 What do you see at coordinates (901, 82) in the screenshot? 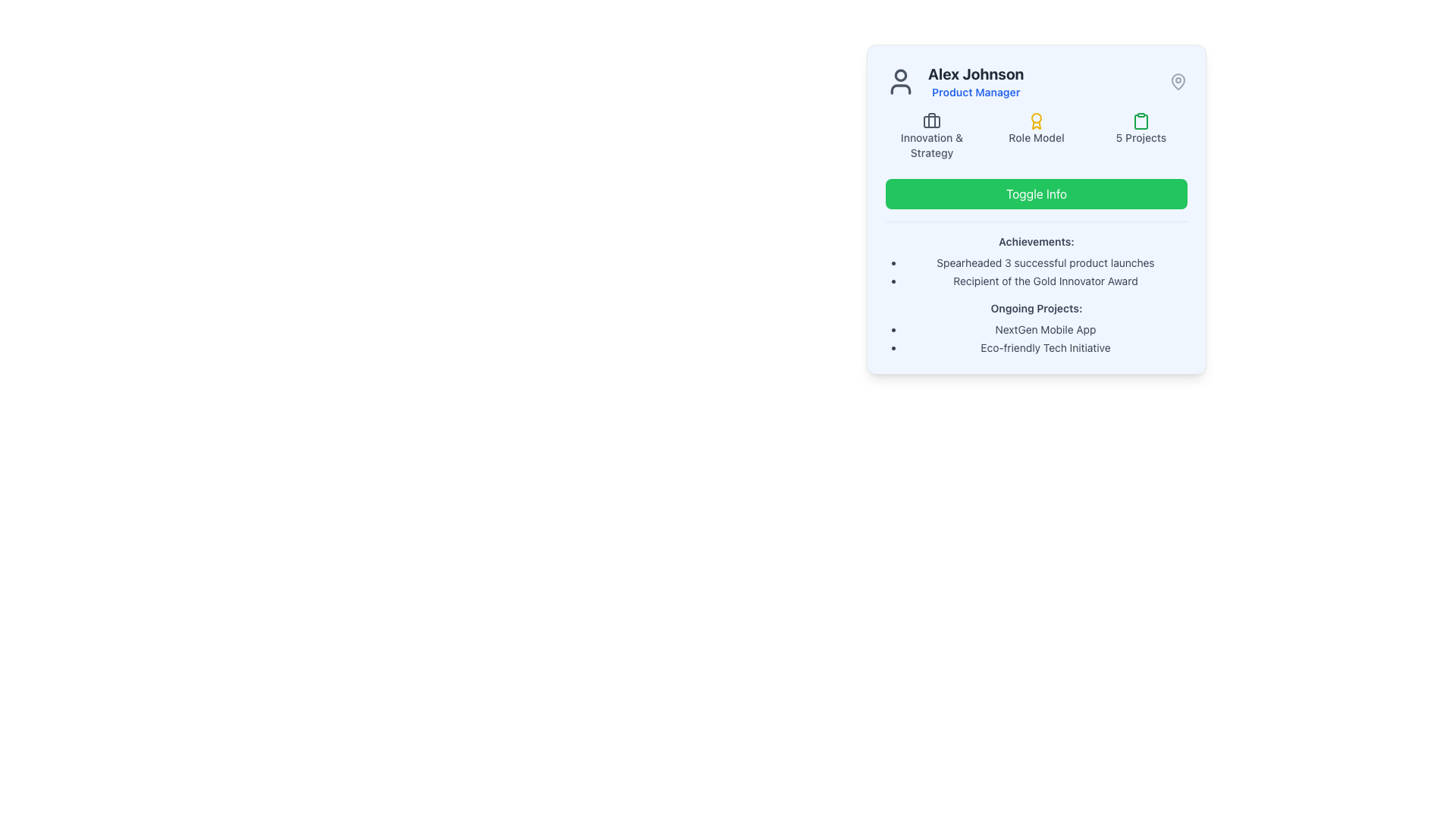
I see `the user icon representing a person, styled with a circular head and trapezoidal body, located at the top-left section of a user profile card, adjacent to the user's name 'Alex Johnson'` at bounding box center [901, 82].